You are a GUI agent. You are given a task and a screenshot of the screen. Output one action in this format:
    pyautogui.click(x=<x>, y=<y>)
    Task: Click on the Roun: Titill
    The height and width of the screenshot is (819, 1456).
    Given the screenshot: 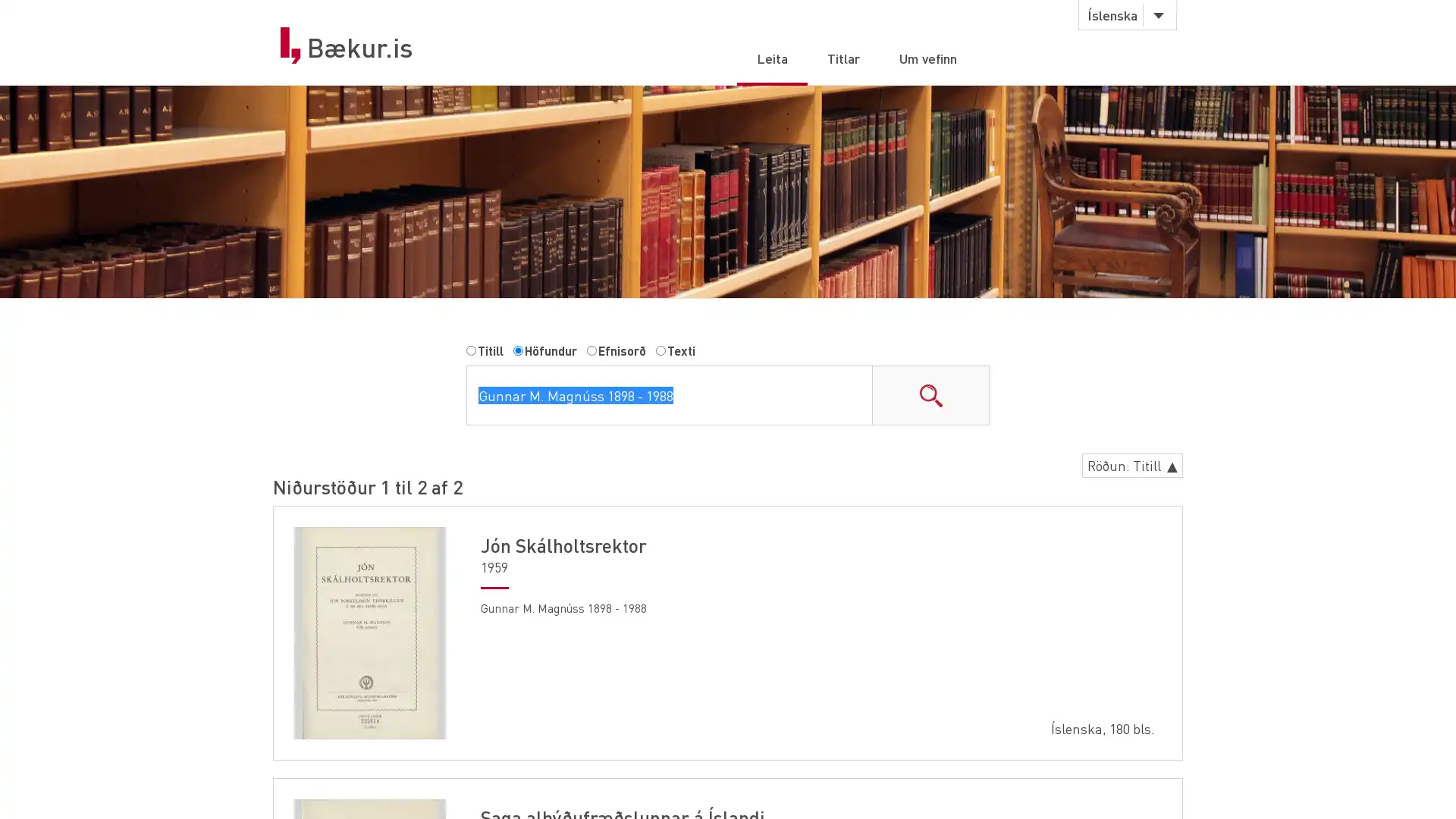 What is the action you would take?
    pyautogui.click(x=1132, y=464)
    